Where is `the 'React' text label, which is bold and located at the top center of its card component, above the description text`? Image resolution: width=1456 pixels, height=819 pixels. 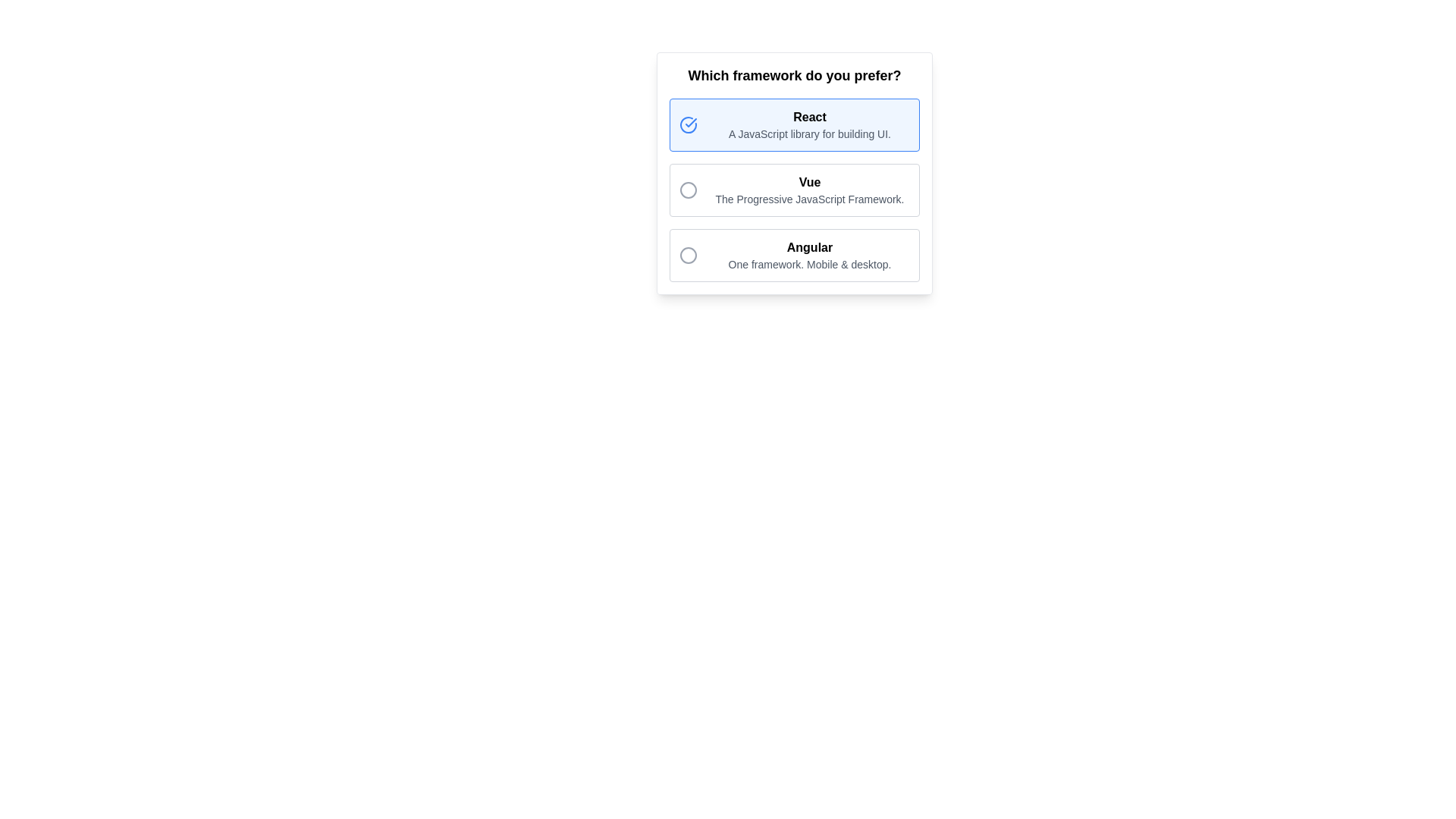 the 'React' text label, which is bold and located at the top center of its card component, above the description text is located at coordinates (809, 116).